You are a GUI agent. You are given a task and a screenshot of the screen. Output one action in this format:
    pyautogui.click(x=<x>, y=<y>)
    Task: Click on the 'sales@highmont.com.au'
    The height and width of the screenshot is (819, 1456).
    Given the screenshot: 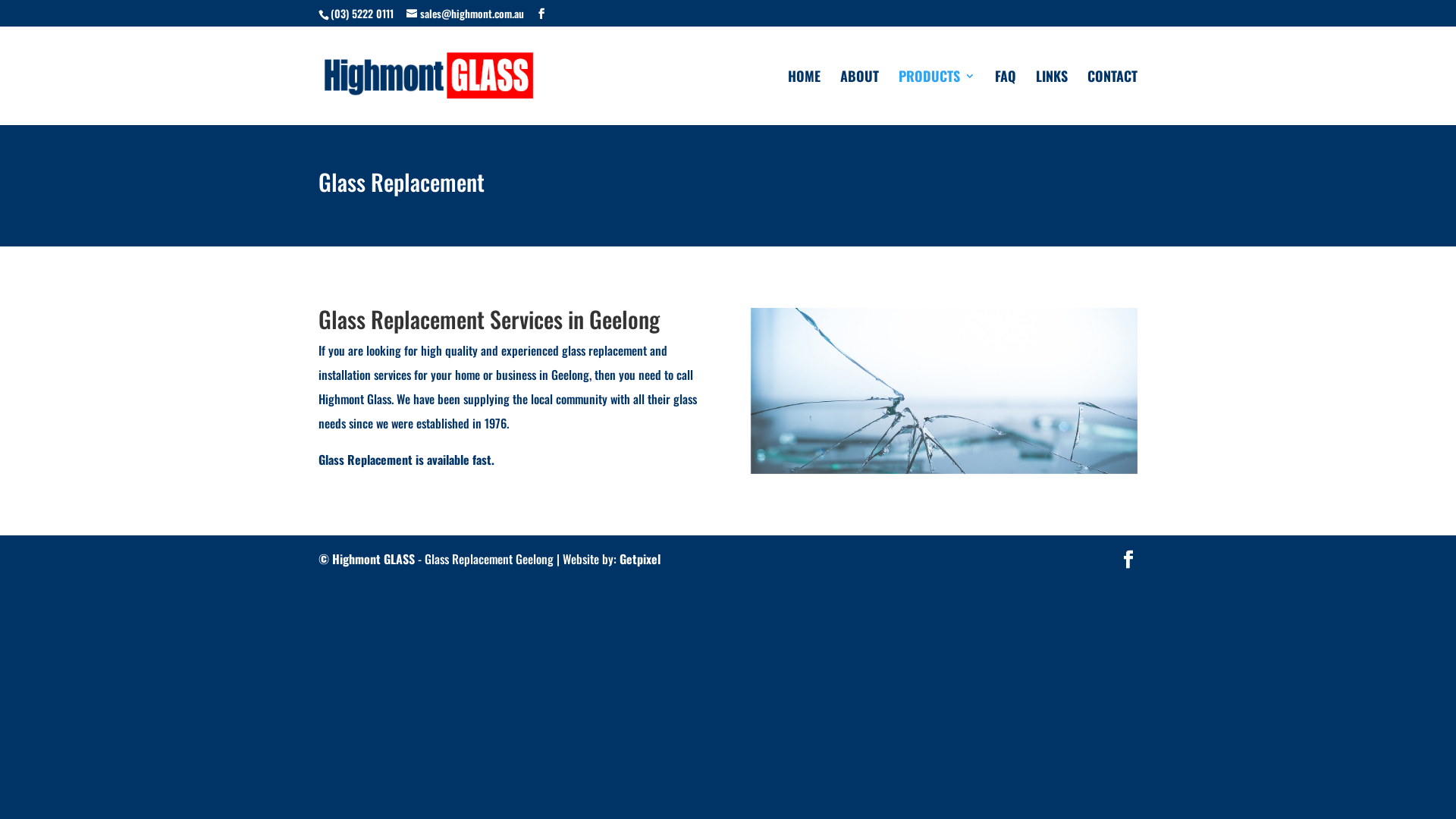 What is the action you would take?
    pyautogui.click(x=464, y=12)
    